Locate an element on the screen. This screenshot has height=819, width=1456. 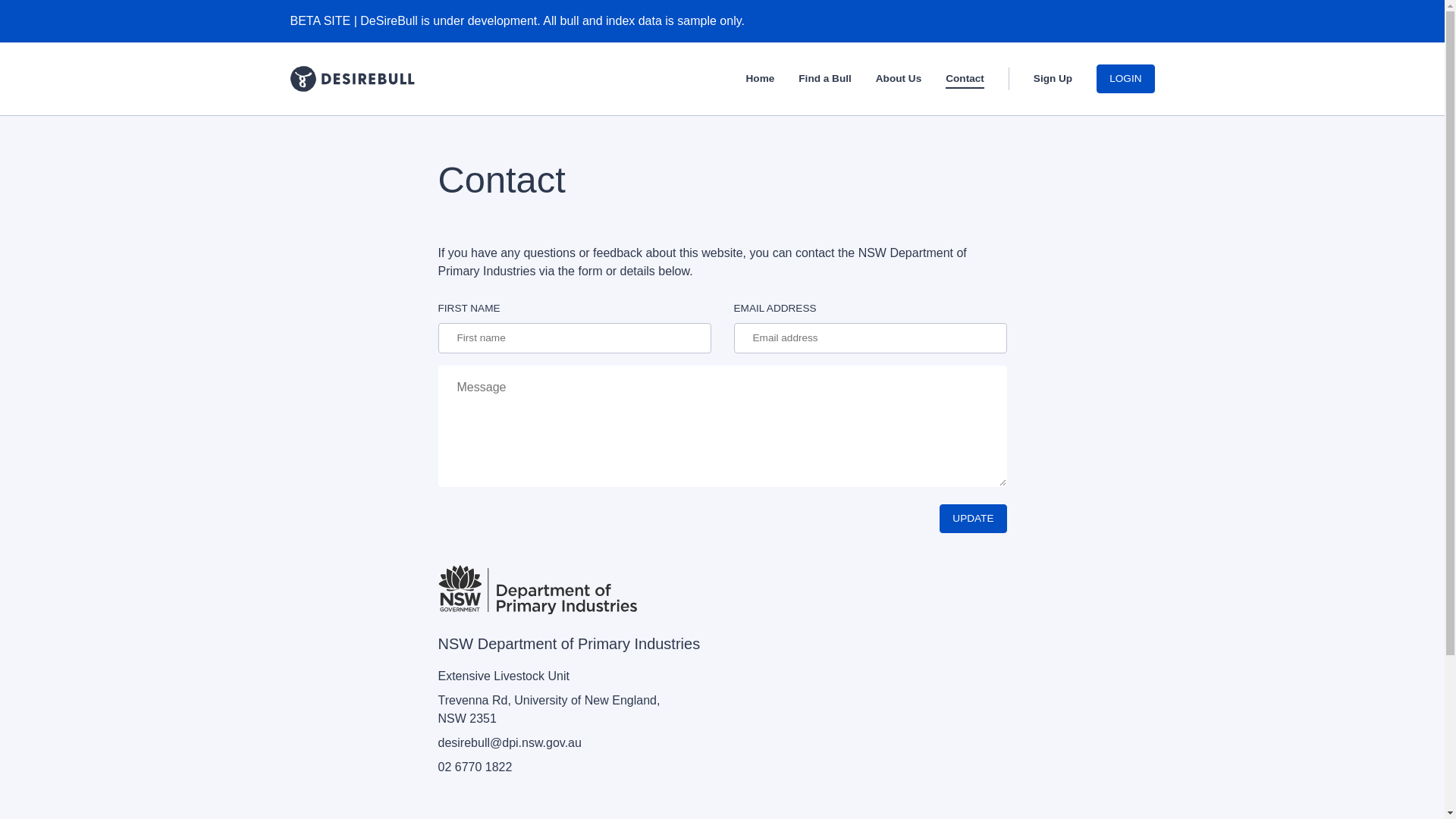
'Contact' is located at coordinates (964, 80).